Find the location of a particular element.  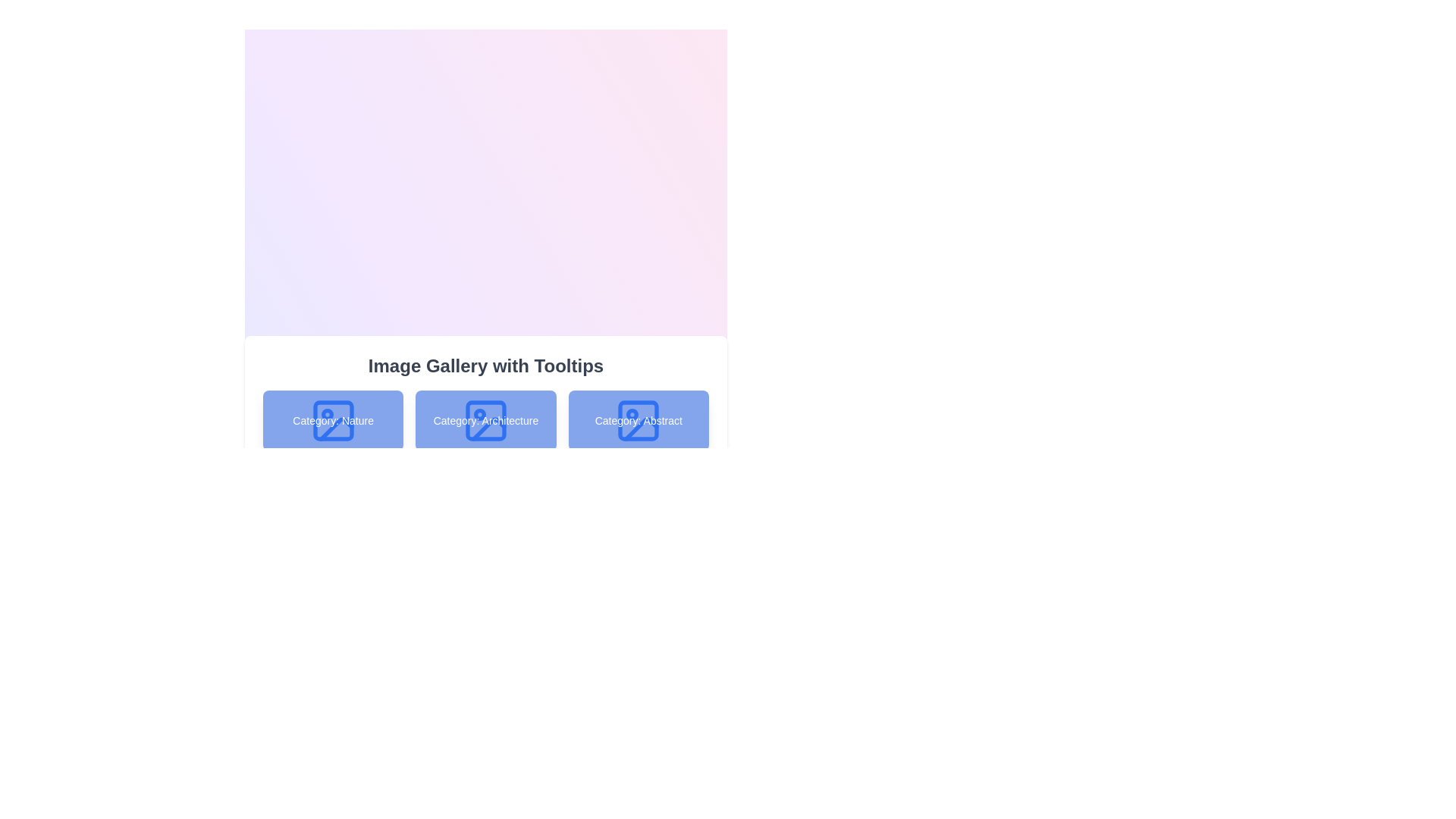

the blue picture frame icon with a circular detail in the top left corner is located at coordinates (332, 421).